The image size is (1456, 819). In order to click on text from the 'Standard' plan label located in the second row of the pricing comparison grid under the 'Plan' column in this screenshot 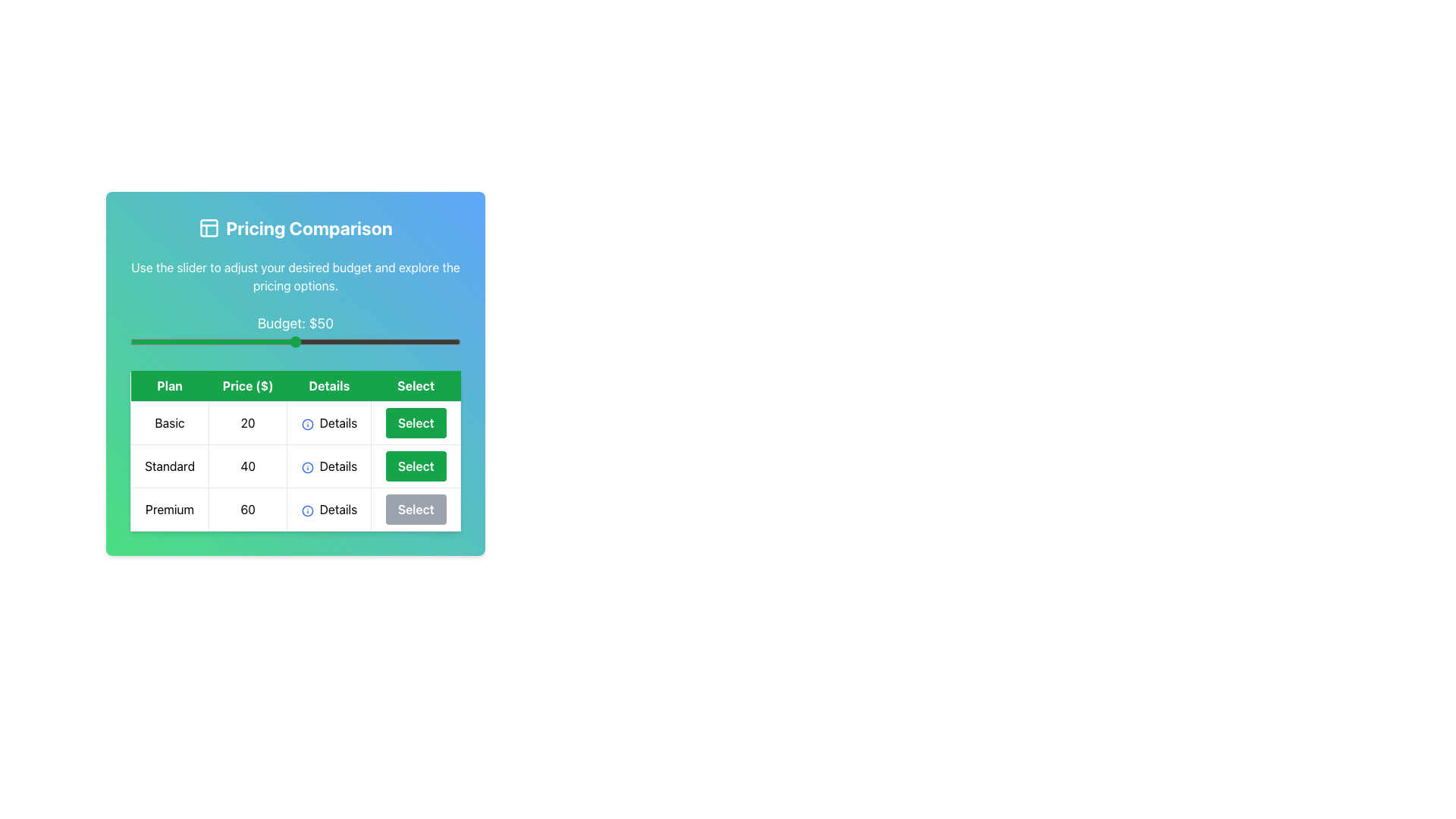, I will do `click(170, 465)`.